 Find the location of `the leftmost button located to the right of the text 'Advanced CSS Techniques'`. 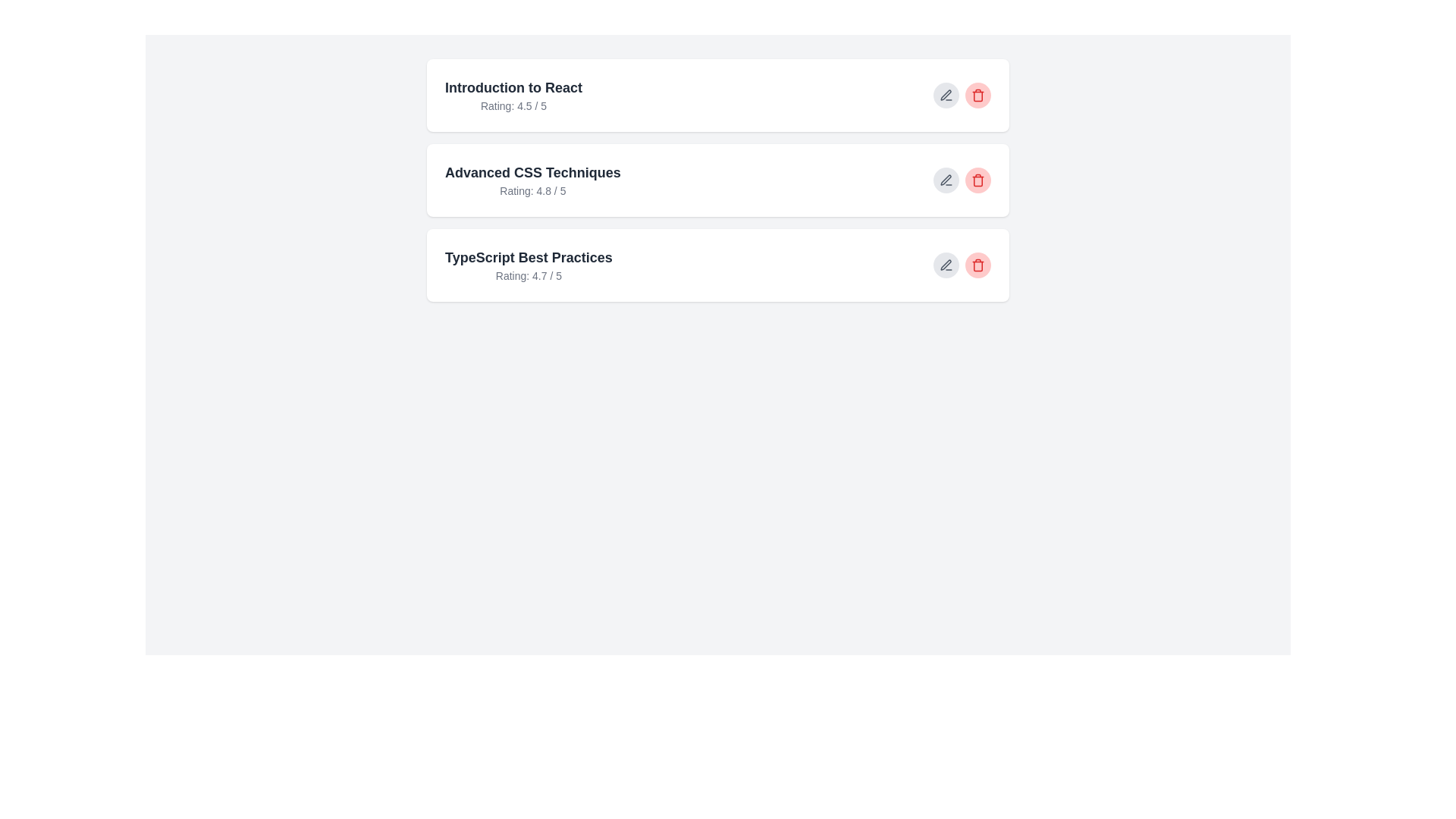

the leftmost button located to the right of the text 'Advanced CSS Techniques' is located at coordinates (946, 180).